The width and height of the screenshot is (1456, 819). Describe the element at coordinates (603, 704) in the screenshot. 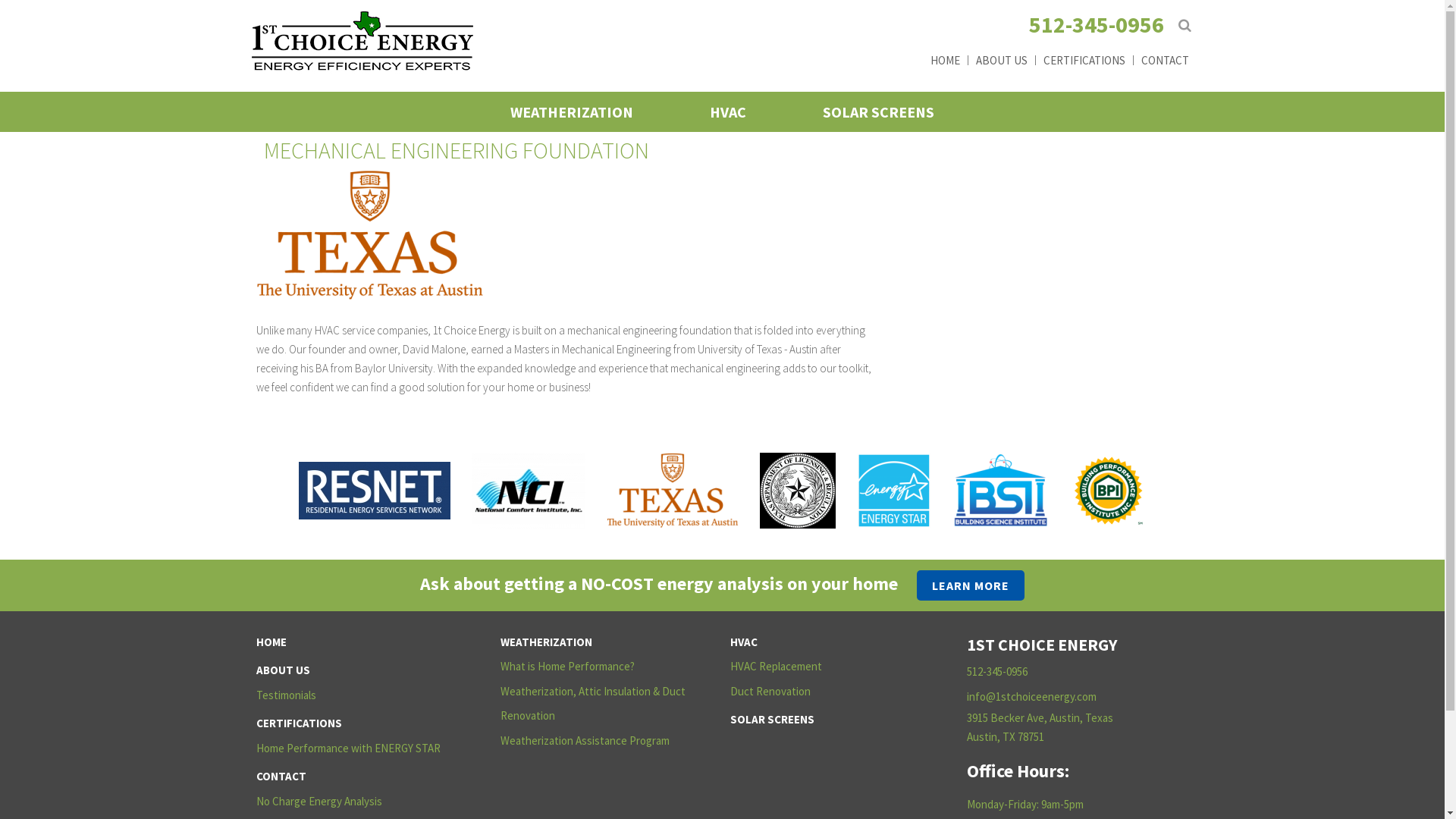

I see `'Weatherization, Attic Insulation & Duct Renovation'` at that location.